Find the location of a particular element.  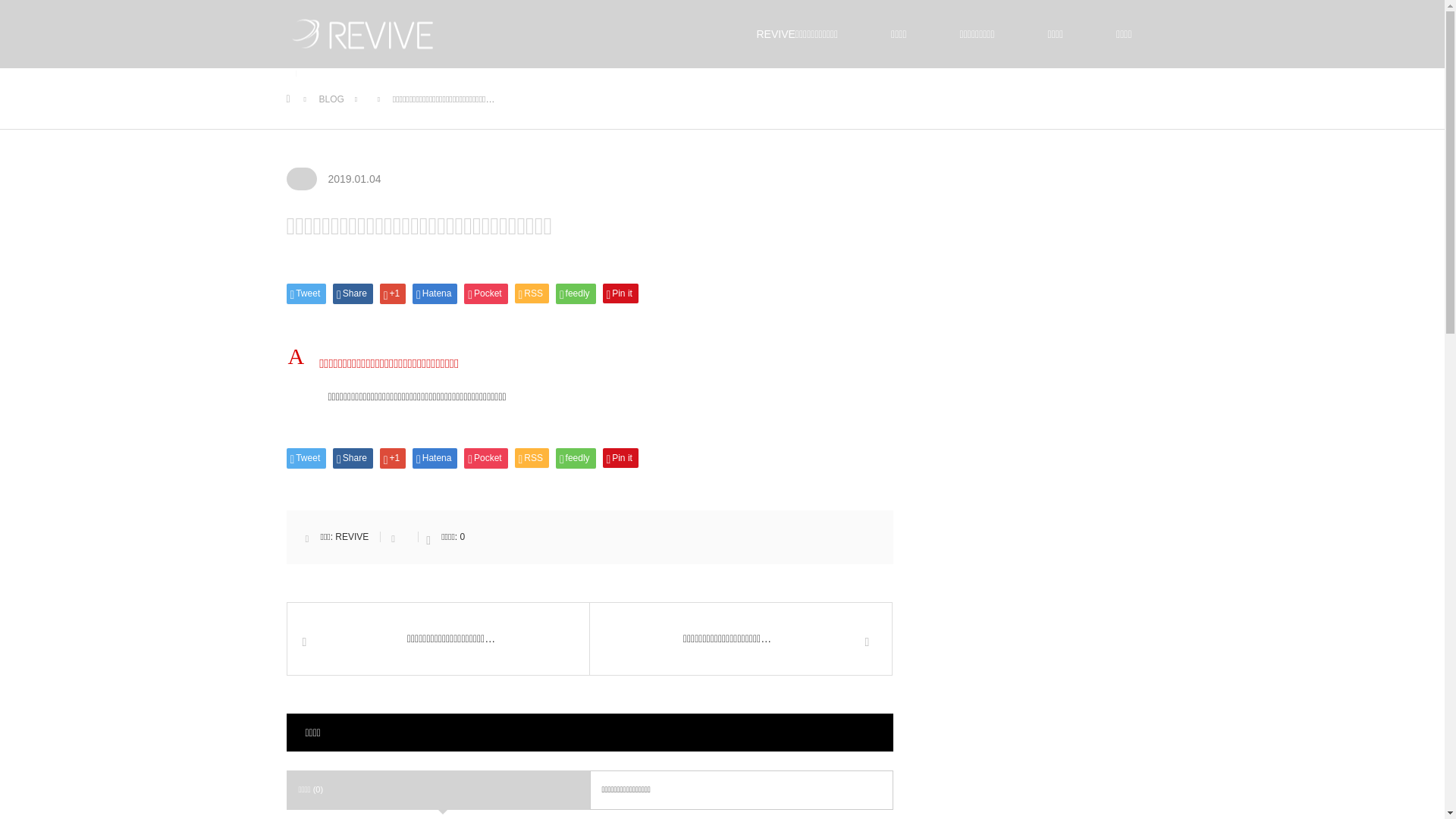

'0' is located at coordinates (461, 536).